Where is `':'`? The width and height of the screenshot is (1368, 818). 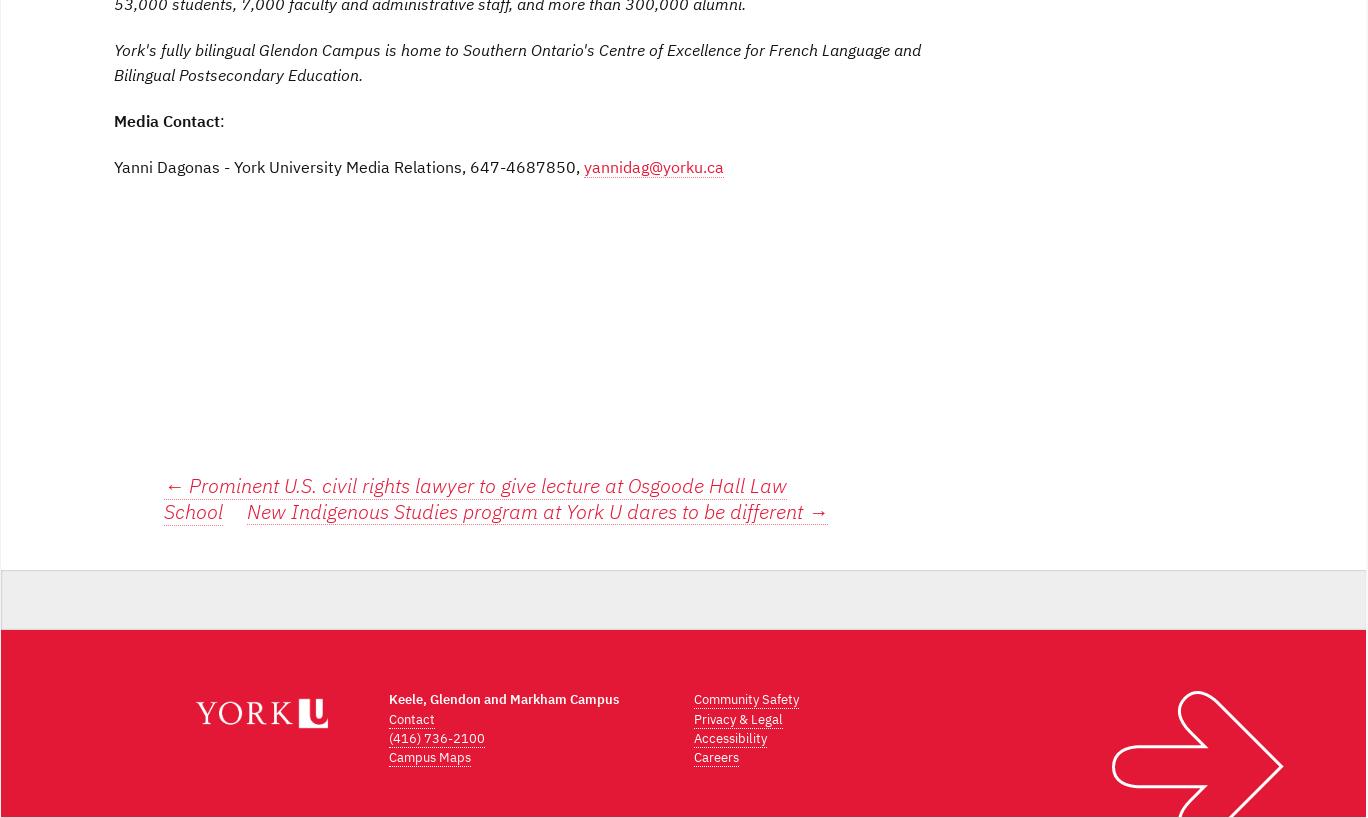
':' is located at coordinates (221, 120).